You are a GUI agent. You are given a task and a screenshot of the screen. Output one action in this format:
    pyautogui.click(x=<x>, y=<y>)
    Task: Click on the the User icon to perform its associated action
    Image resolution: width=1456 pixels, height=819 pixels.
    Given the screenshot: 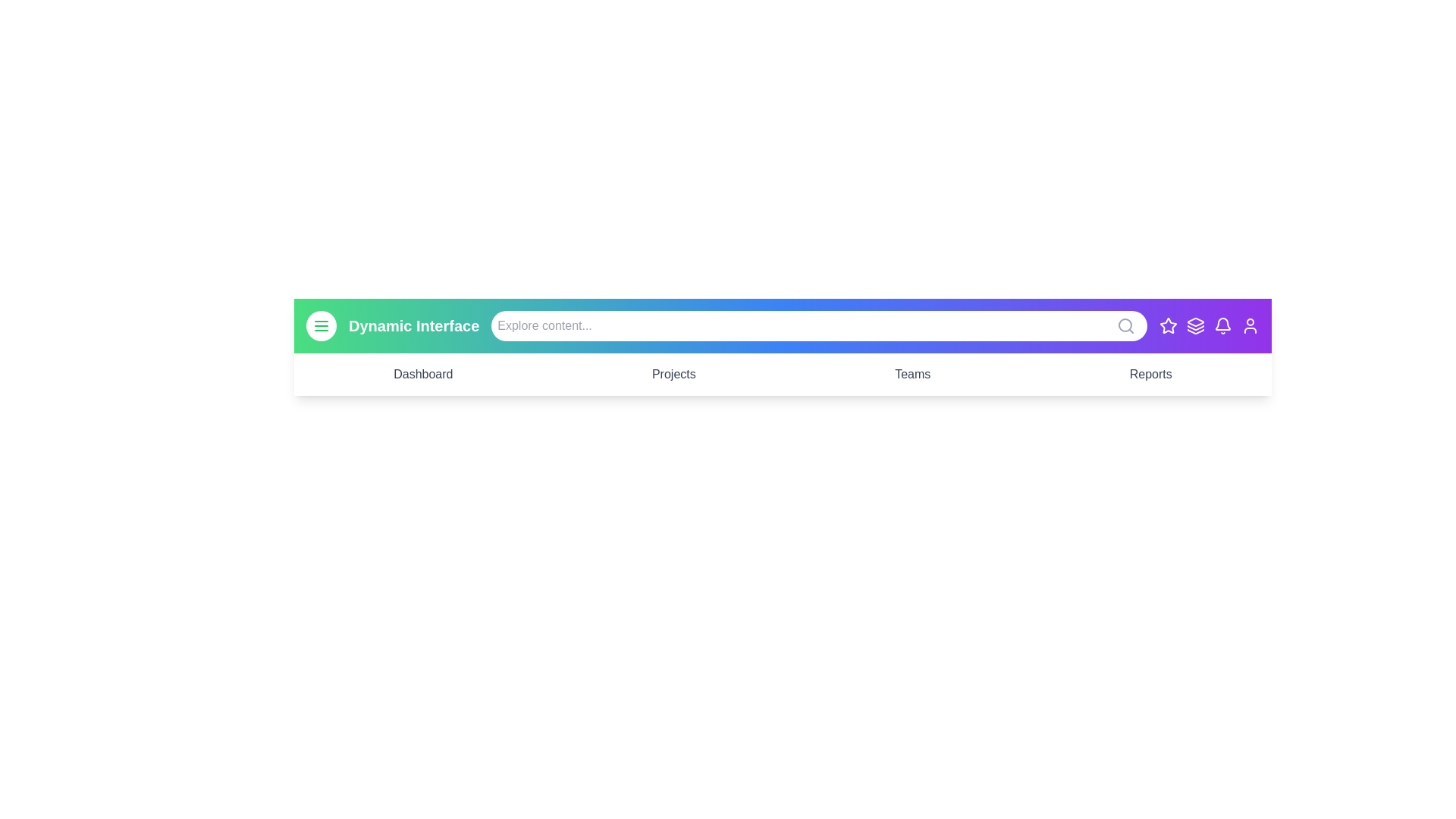 What is the action you would take?
    pyautogui.click(x=1250, y=325)
    